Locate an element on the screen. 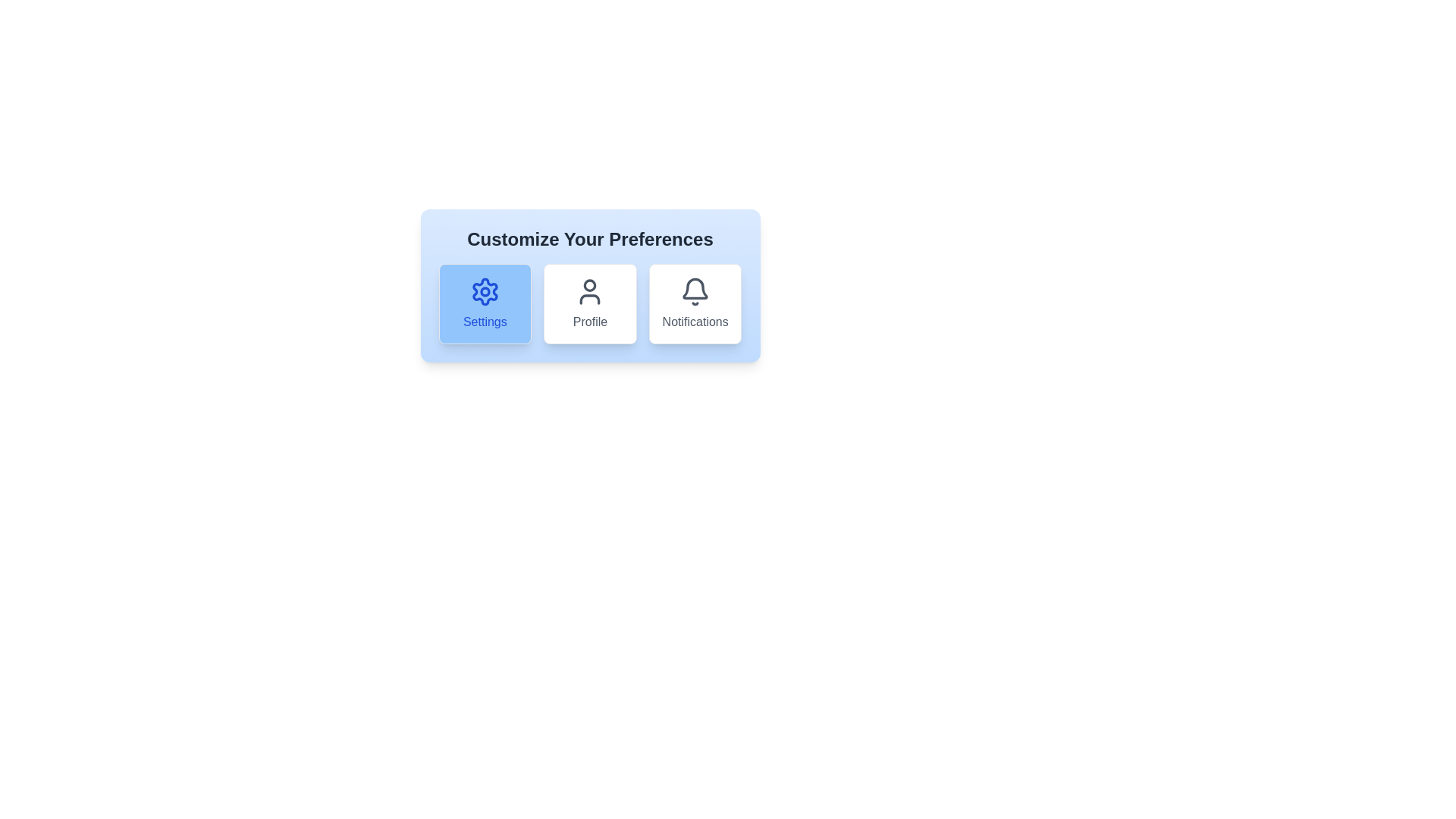 The width and height of the screenshot is (1456, 819). the small circle within the profile icon, located at the center of the profile icon in the middle card under the title 'Customize Your Preferences' is located at coordinates (589, 285).